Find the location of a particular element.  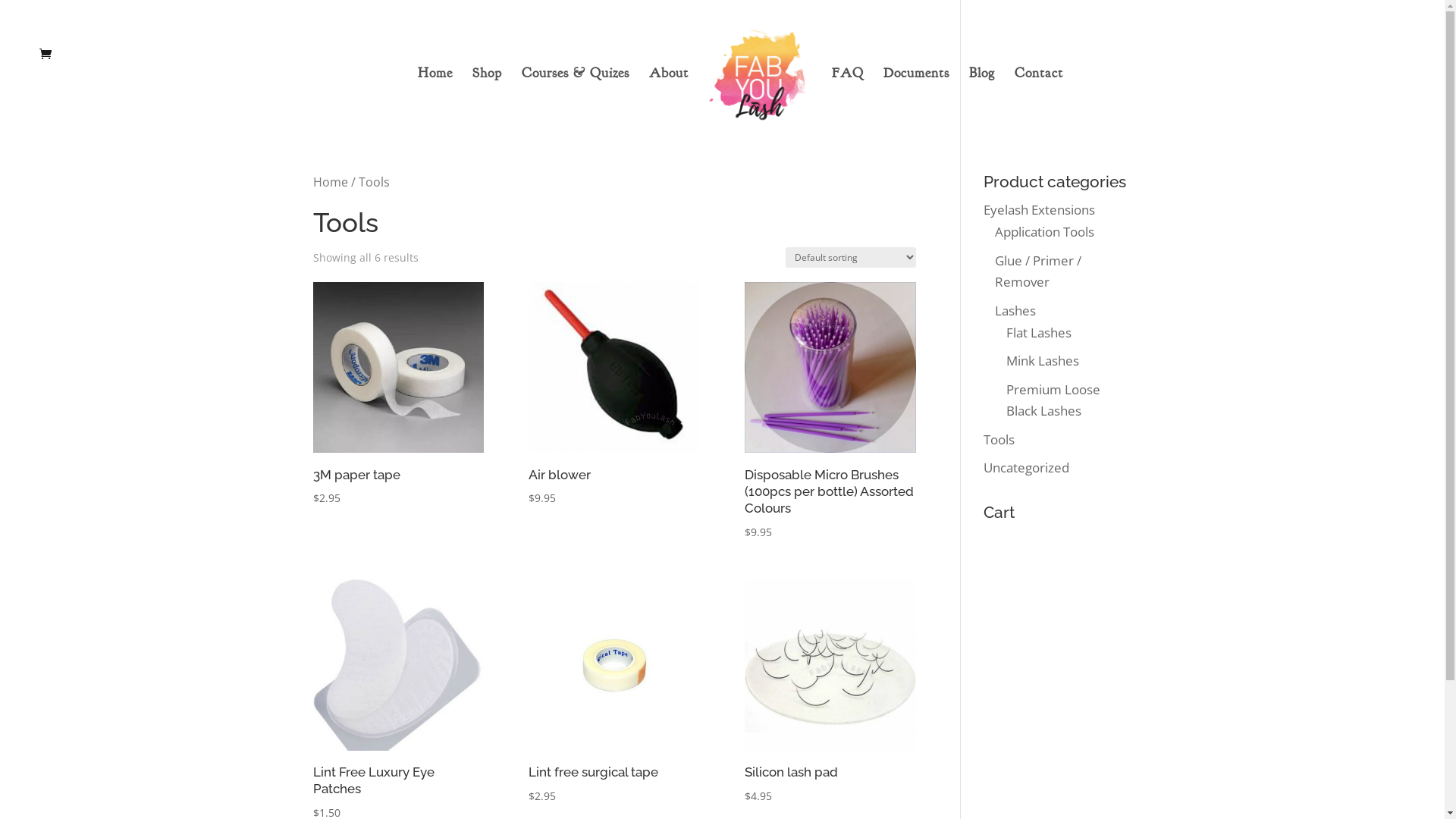

'Glue / Primer / Remover' is located at coordinates (1037, 271).